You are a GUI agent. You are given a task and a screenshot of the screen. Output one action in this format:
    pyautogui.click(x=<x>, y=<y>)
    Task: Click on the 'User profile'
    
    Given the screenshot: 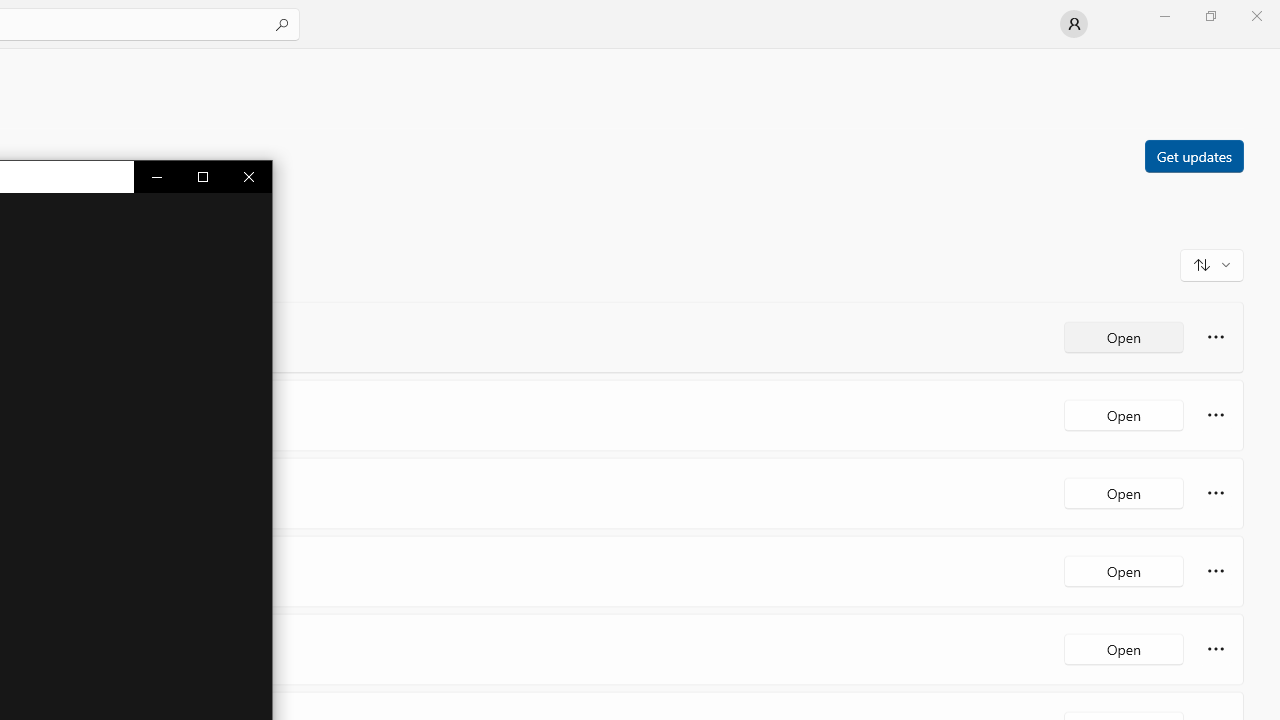 What is the action you would take?
    pyautogui.click(x=1072, y=24)
    